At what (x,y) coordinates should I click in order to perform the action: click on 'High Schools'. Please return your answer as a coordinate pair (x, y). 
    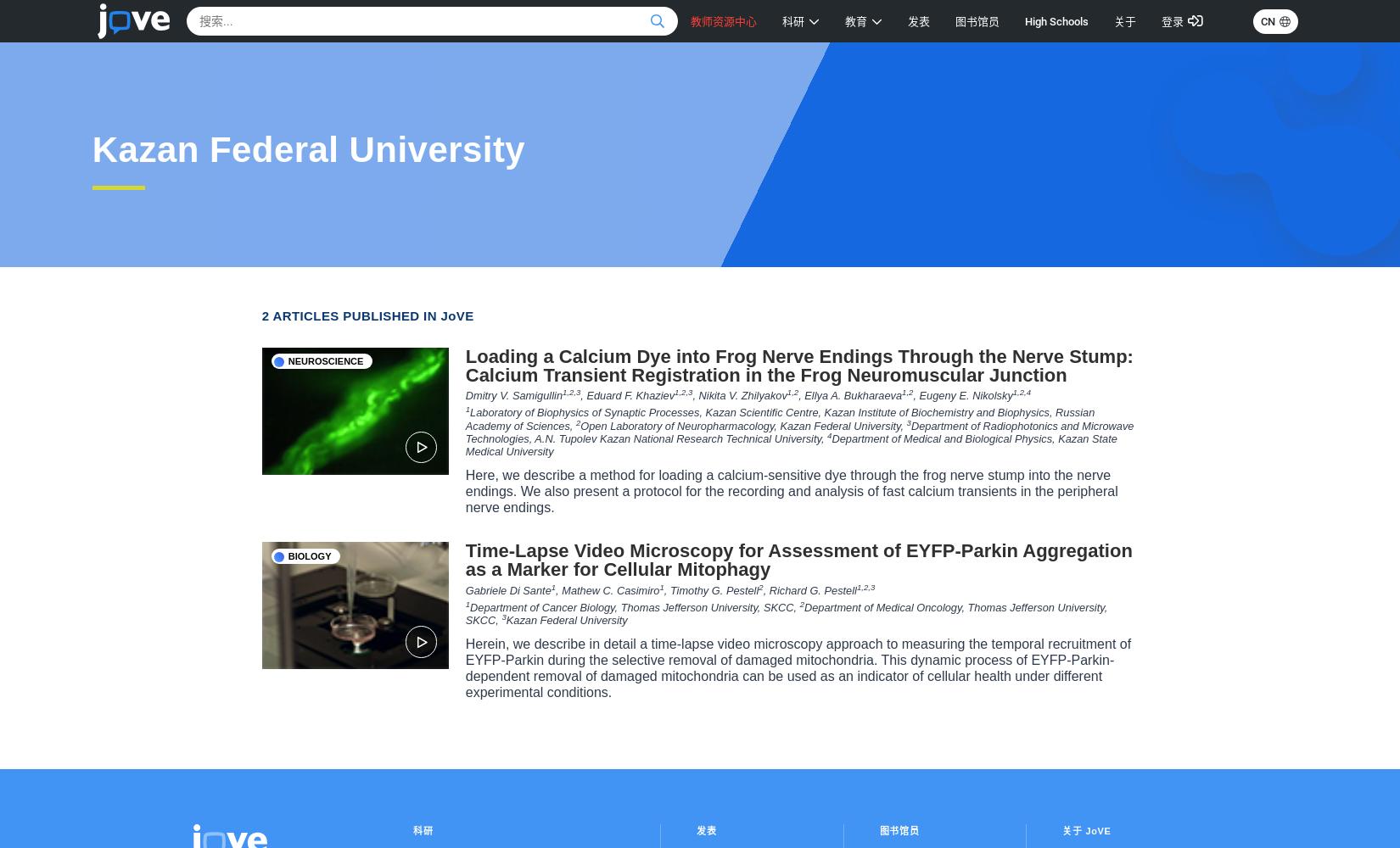
    Looking at the image, I should click on (1055, 20).